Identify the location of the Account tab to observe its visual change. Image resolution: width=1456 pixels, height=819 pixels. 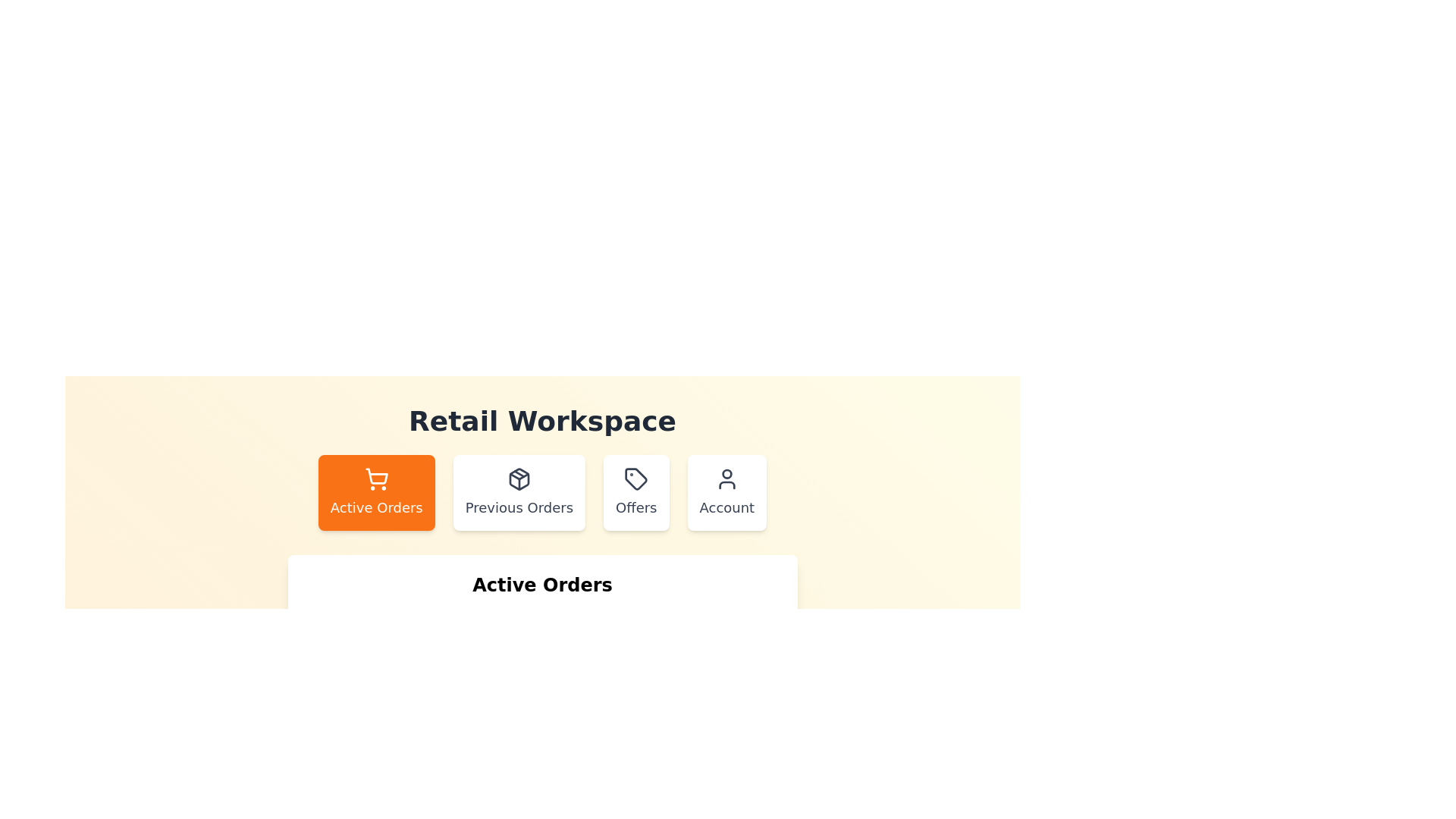
(726, 493).